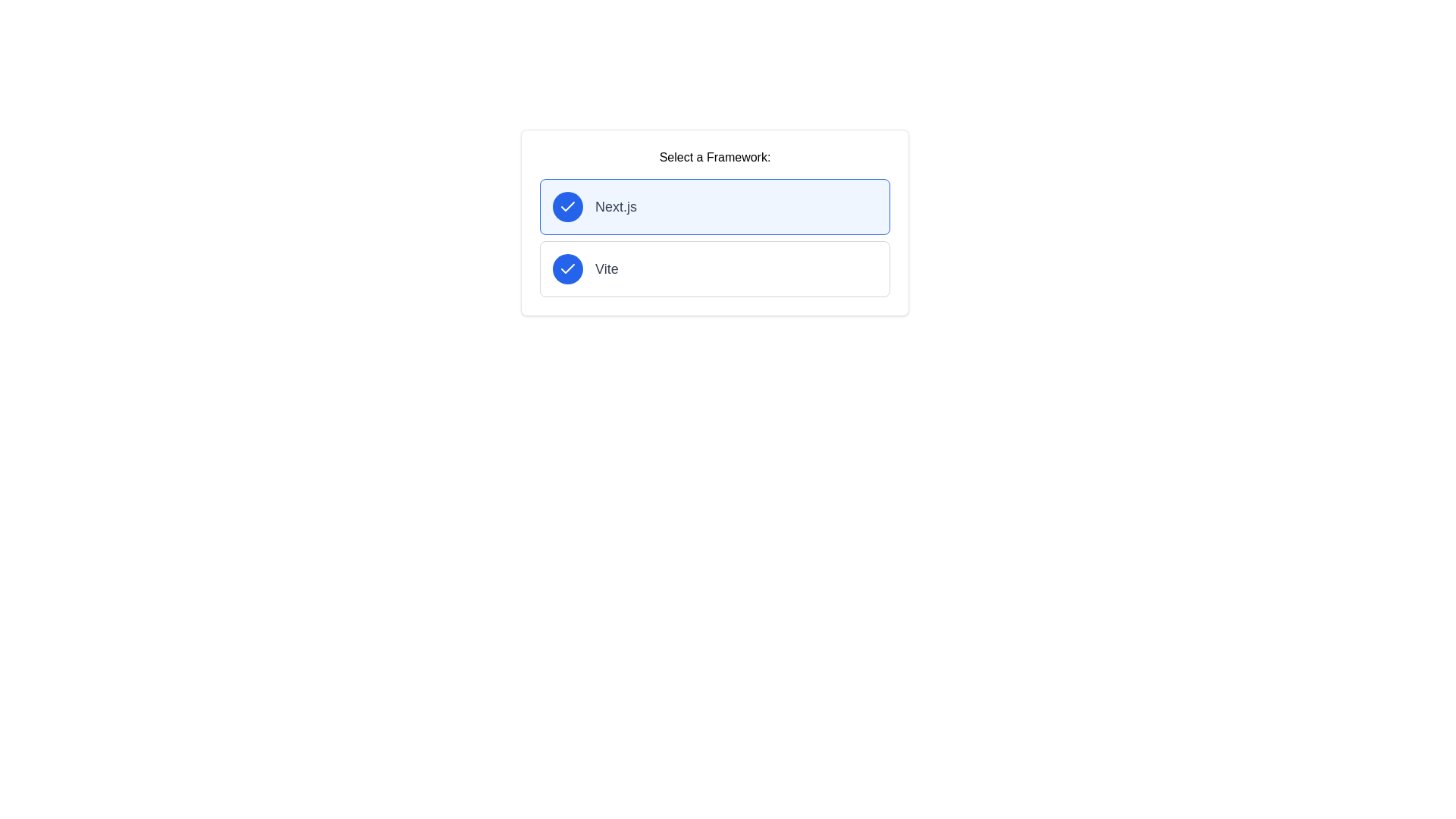 This screenshot has height=819, width=1456. I want to click on the checkmark icon within the blue circular background, which serves as a confirmation indicator, located to the left of the 'Vite' option in the vertical list of framework options, so click(566, 207).